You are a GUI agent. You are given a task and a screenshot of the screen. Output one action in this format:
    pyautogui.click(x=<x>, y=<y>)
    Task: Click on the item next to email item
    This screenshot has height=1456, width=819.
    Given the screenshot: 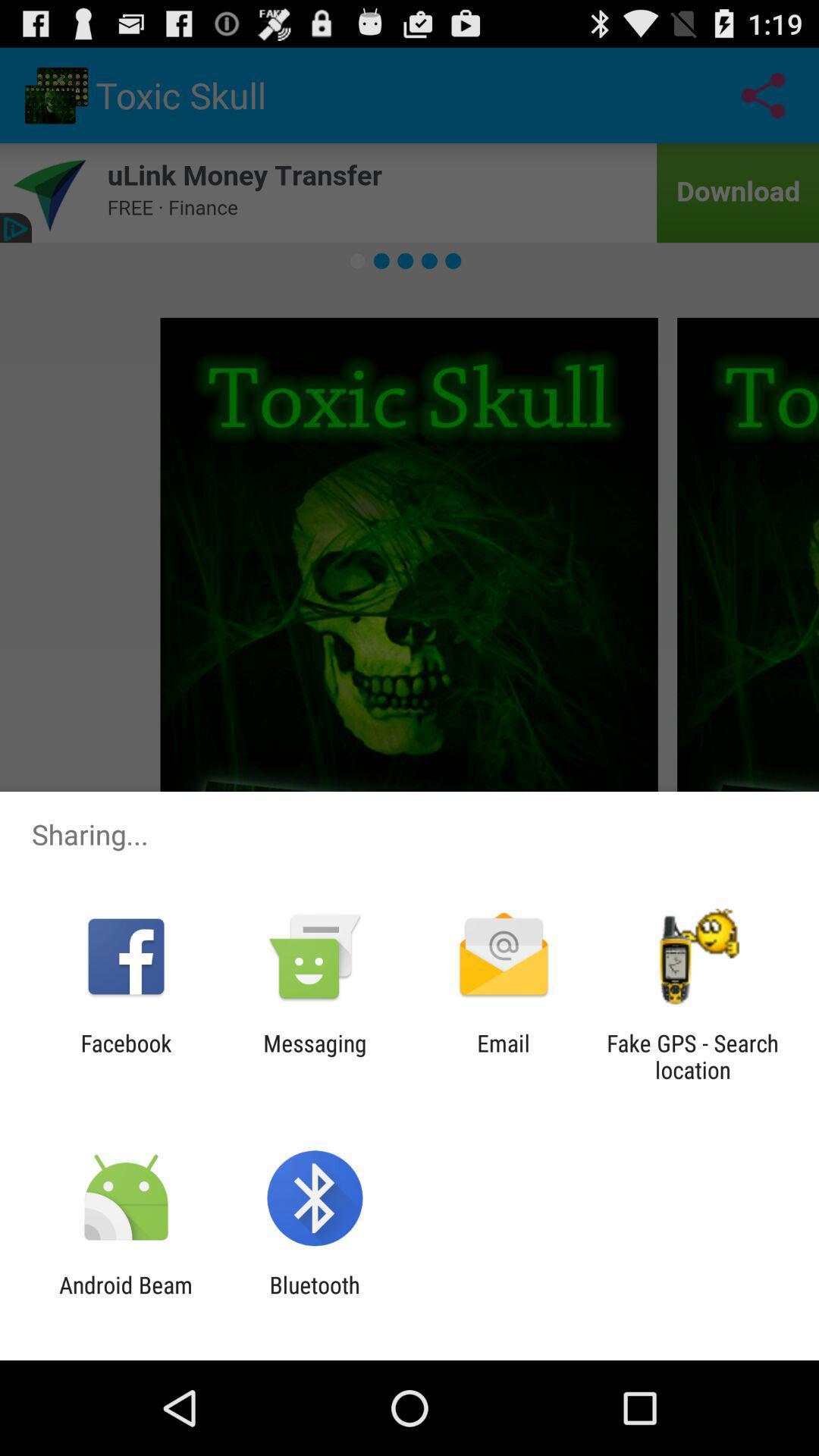 What is the action you would take?
    pyautogui.click(x=314, y=1056)
    